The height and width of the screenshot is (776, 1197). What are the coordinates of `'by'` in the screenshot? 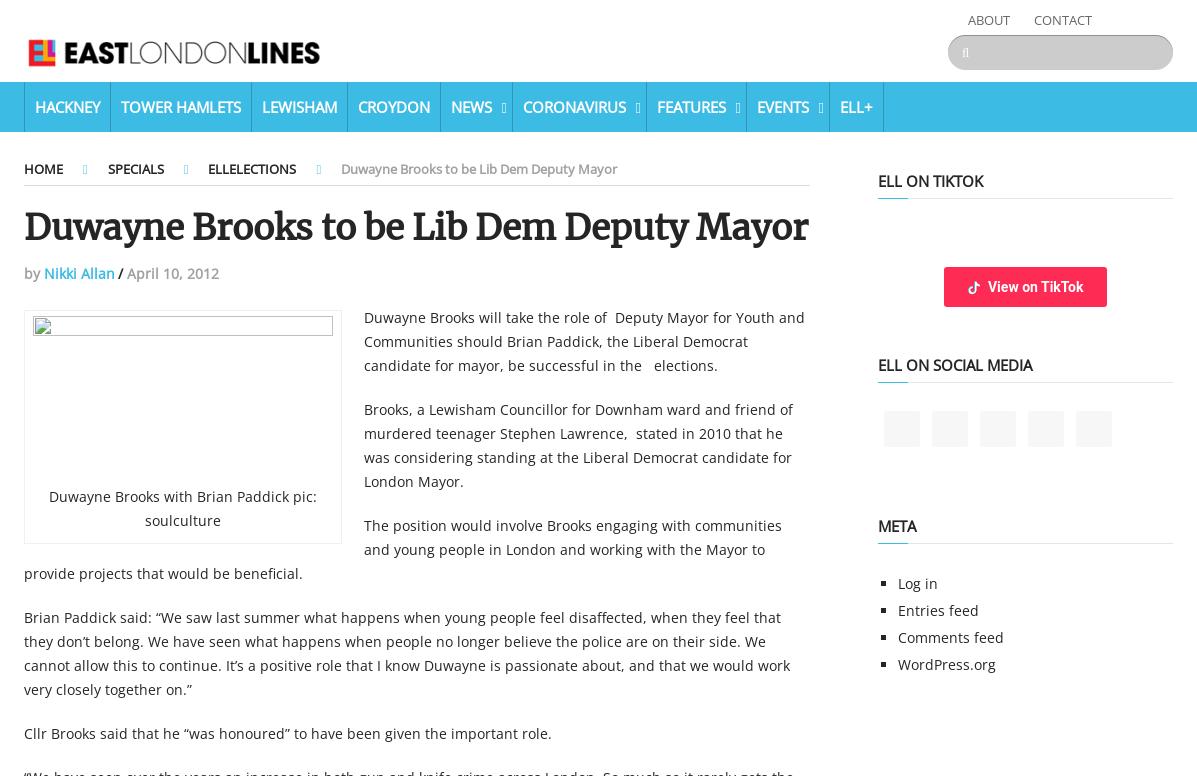 It's located at (33, 271).